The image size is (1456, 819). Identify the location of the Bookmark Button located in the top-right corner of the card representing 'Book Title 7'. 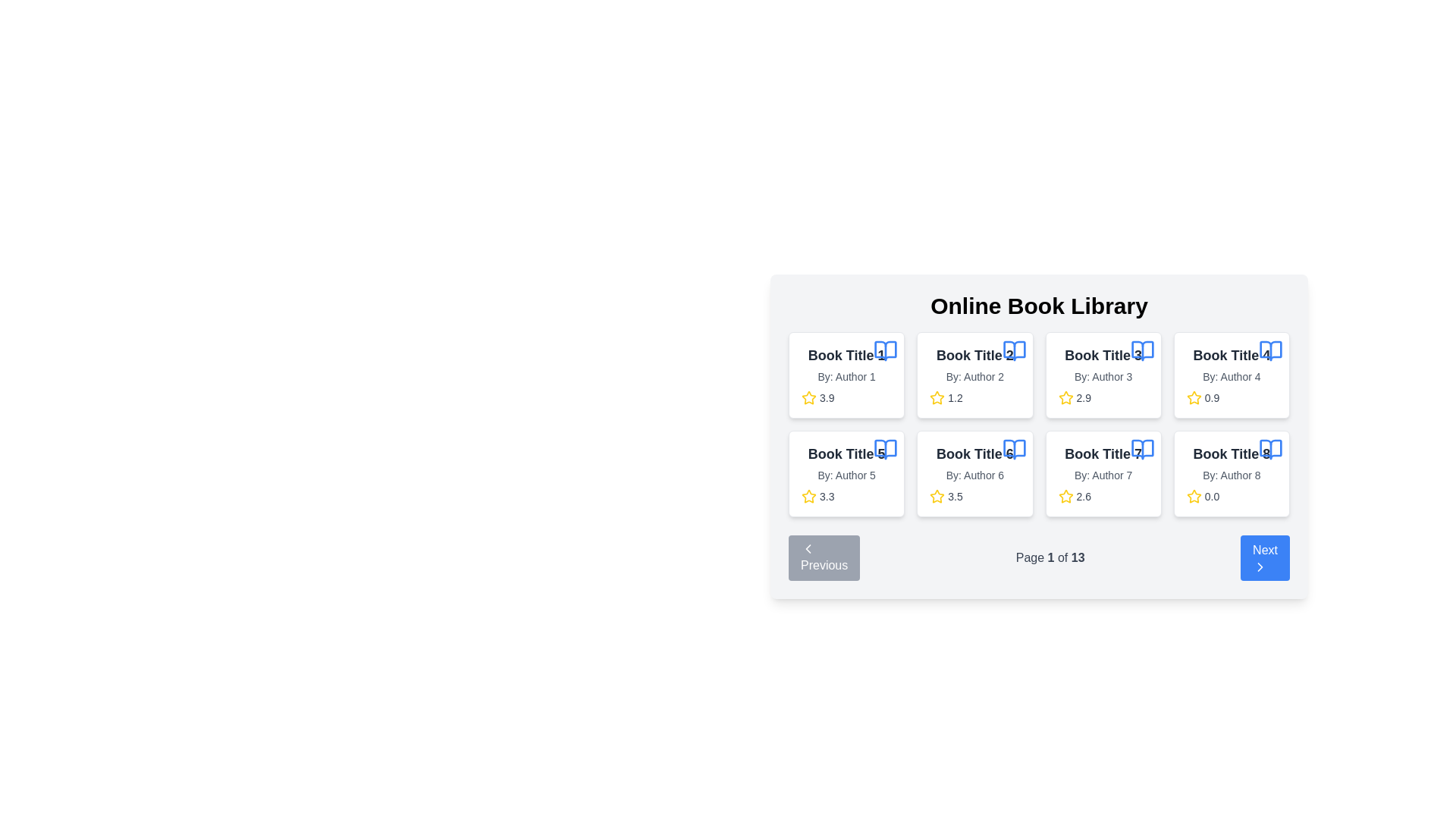
(1142, 449).